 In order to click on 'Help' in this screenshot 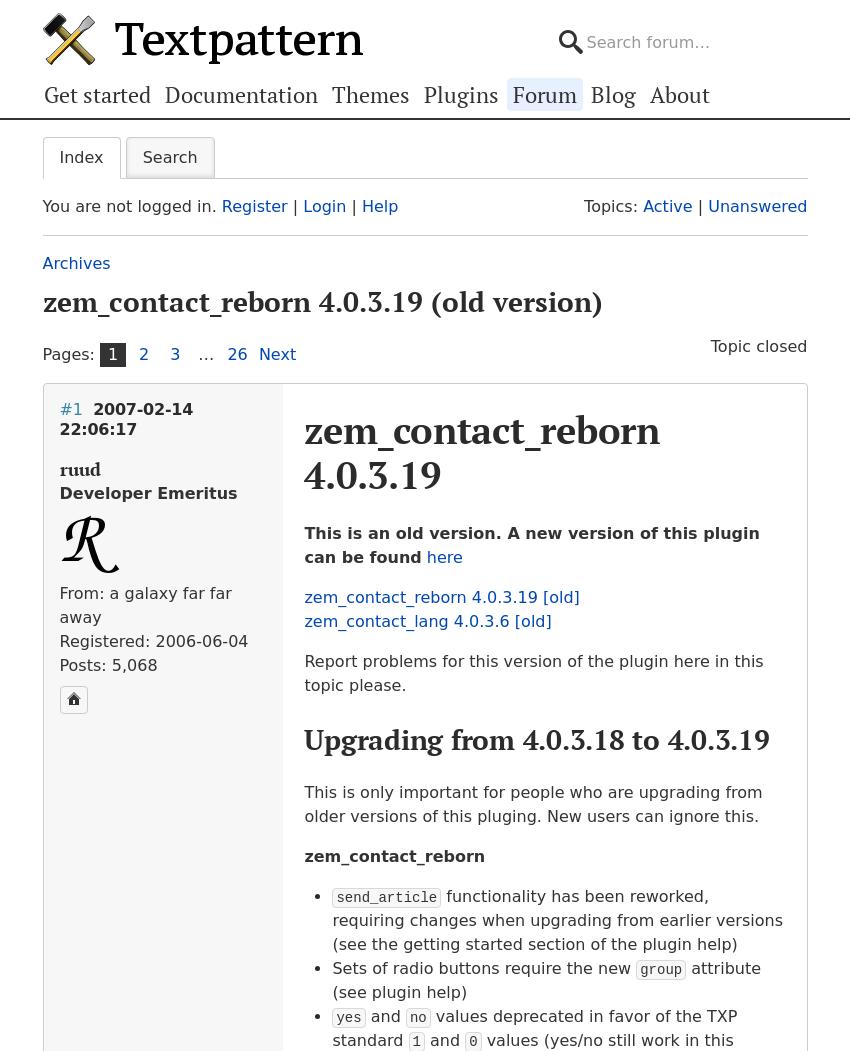, I will do `click(378, 205)`.